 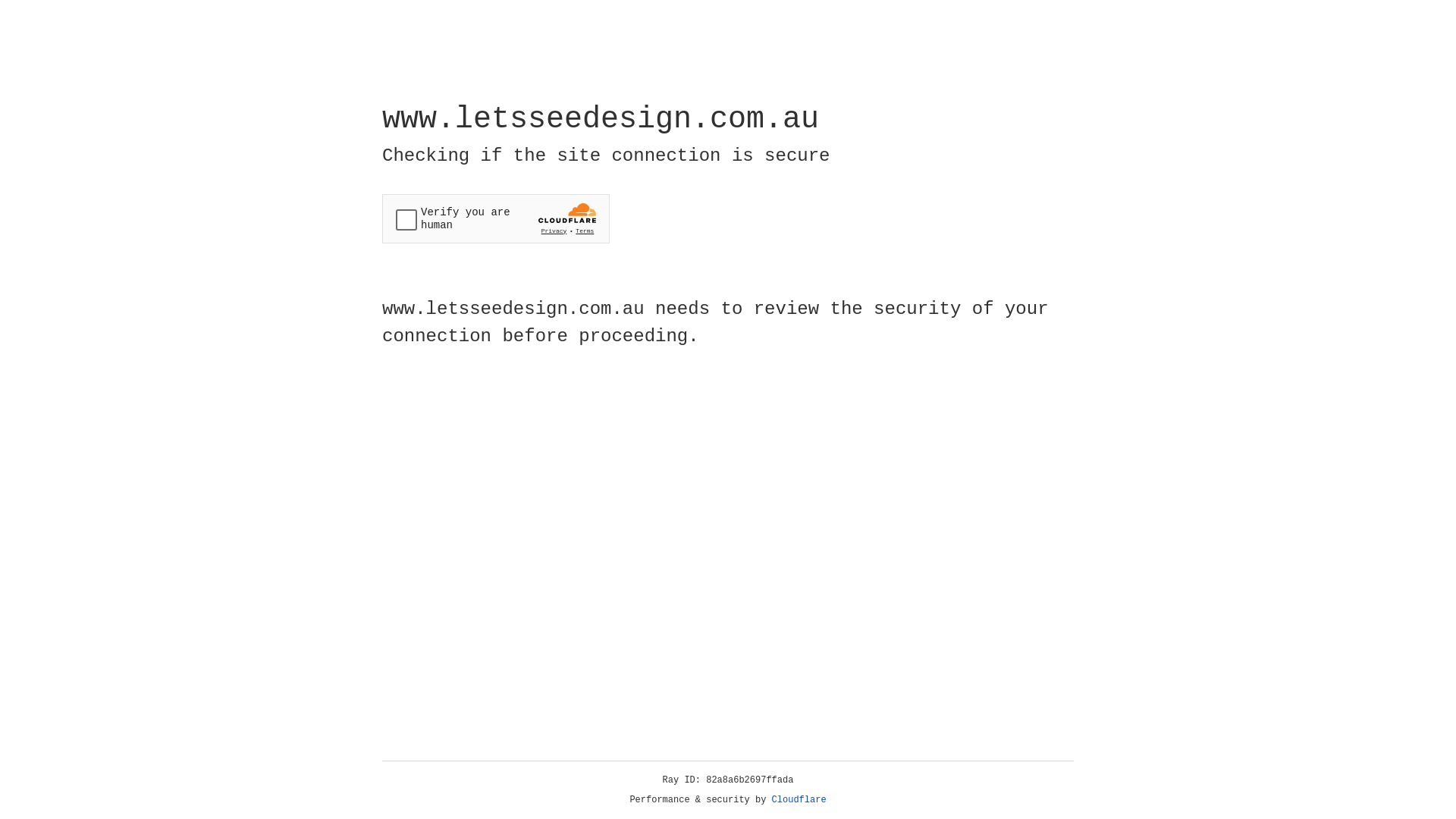 I want to click on 'Cloudflare', so click(x=799, y=799).